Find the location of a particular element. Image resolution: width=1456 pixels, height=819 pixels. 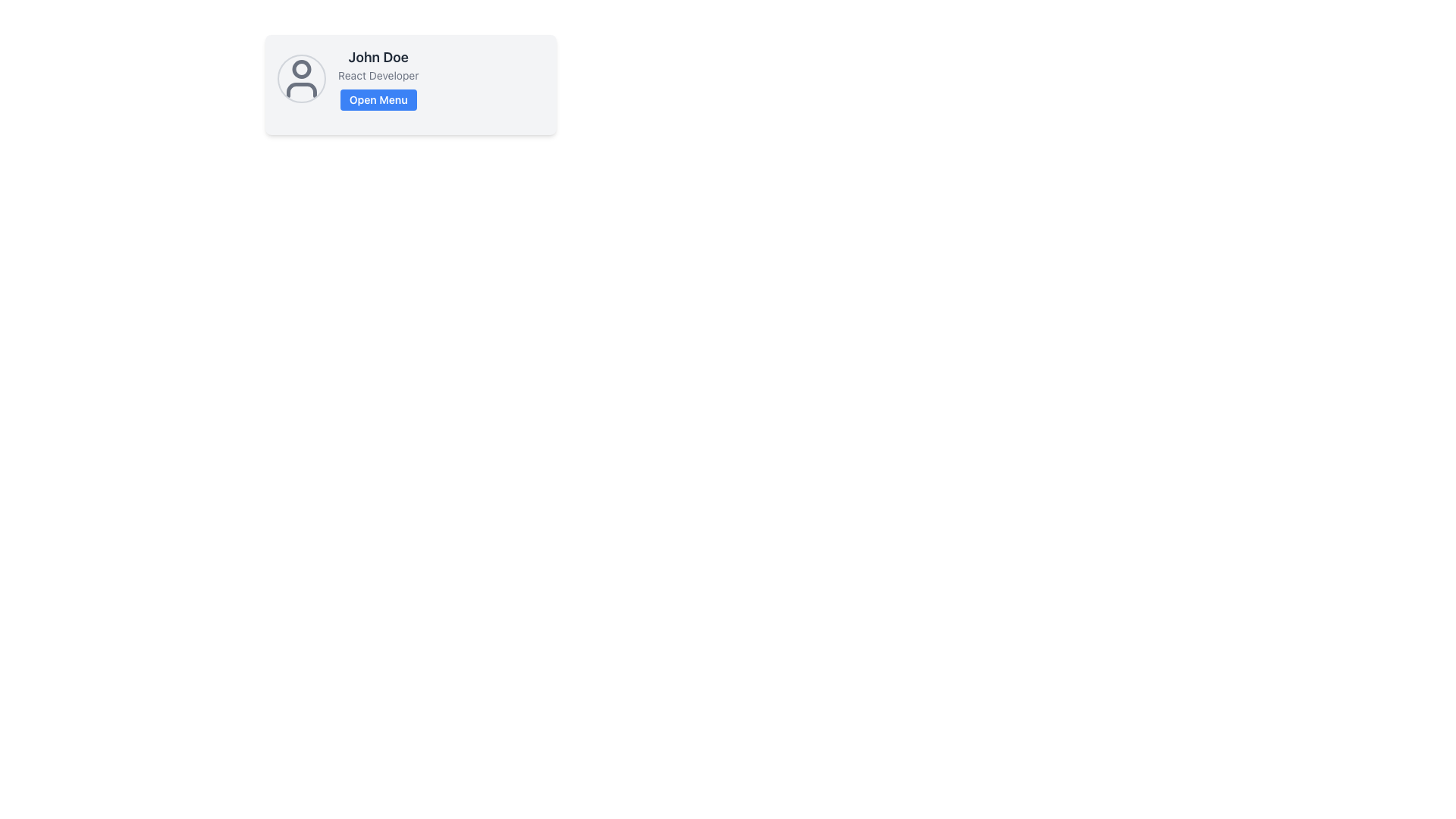

the Circular Profile Placeholder or Avatar representing the user profile for 'John Doe', located to the left of the textual details and the 'Open Menu' button is located at coordinates (302, 79).